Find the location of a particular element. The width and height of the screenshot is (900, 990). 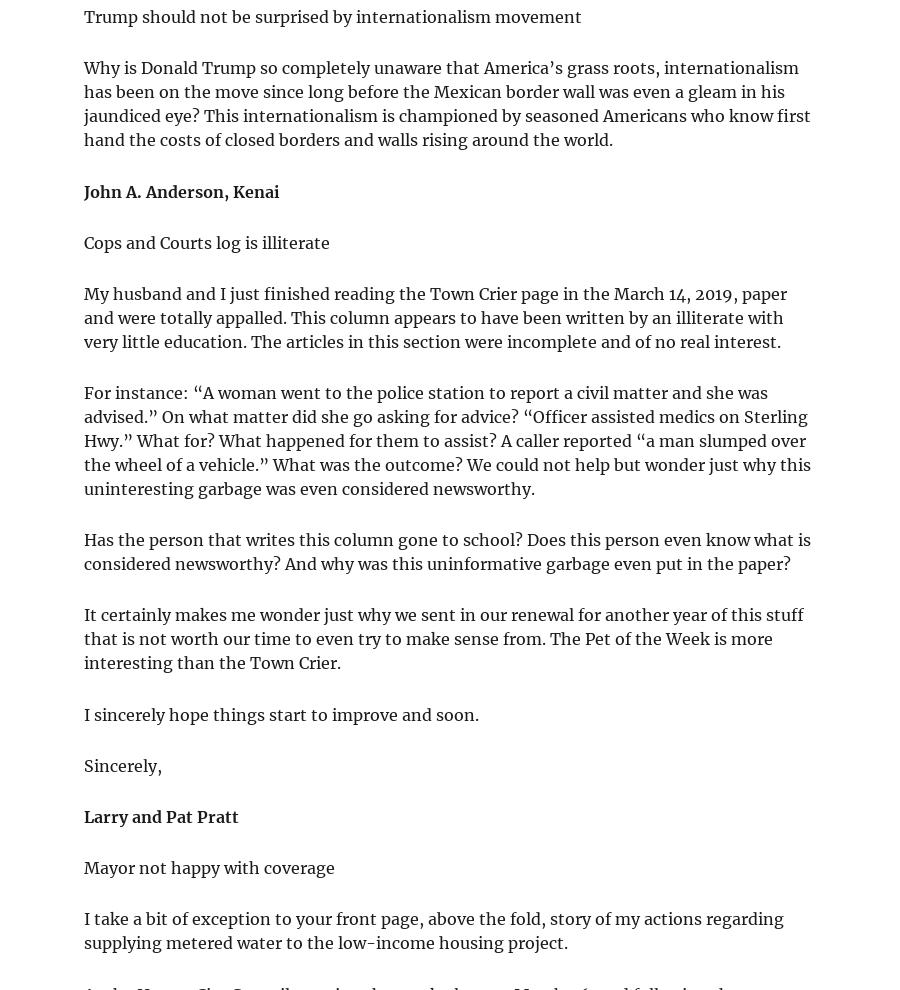

'Trump should not be surprised by internationalism movement' is located at coordinates (332, 16).